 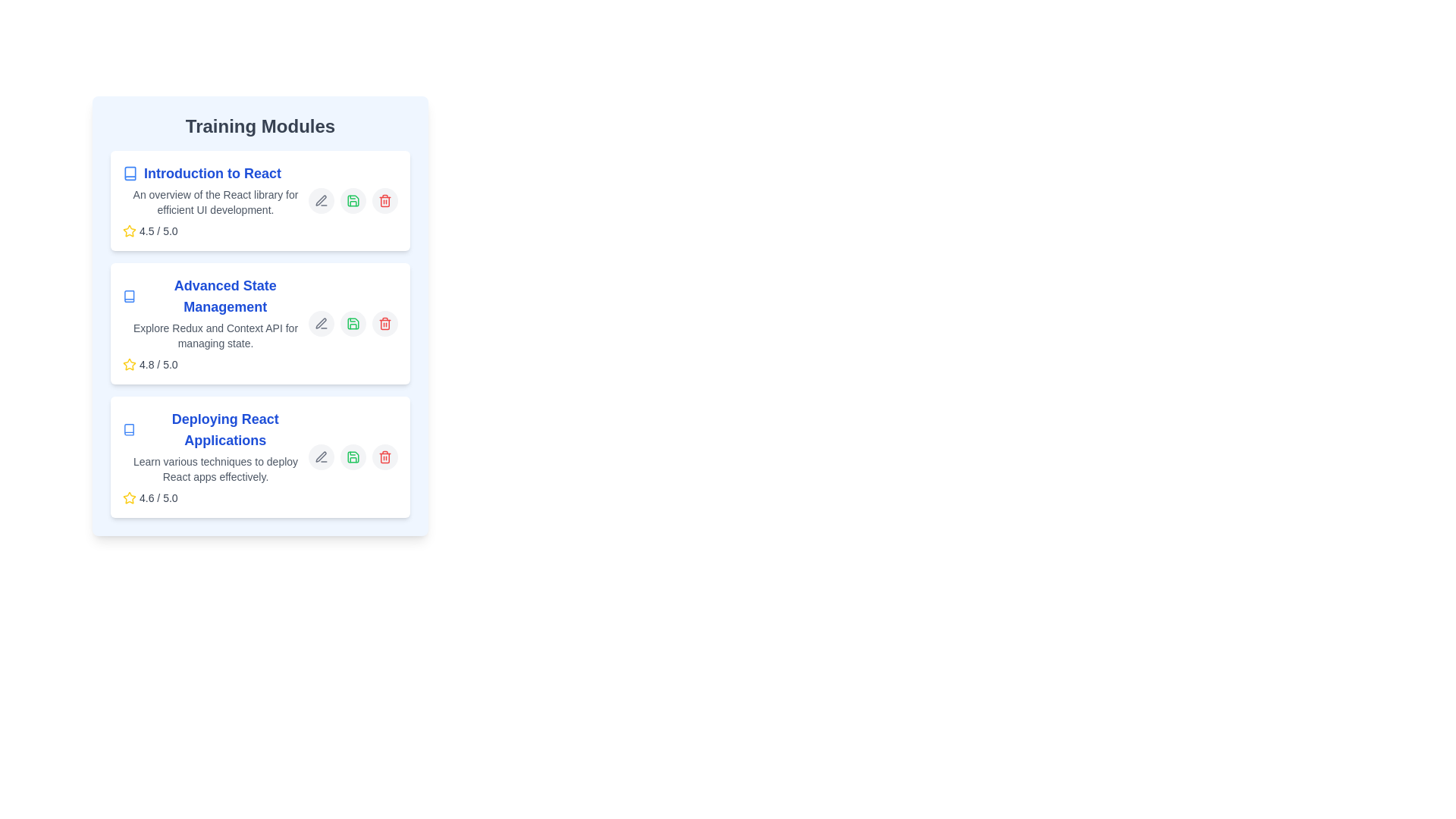 What do you see at coordinates (130, 172) in the screenshot?
I see `the book icon that is part of the 'Introduction to React' module tile, located to the left of its title` at bounding box center [130, 172].